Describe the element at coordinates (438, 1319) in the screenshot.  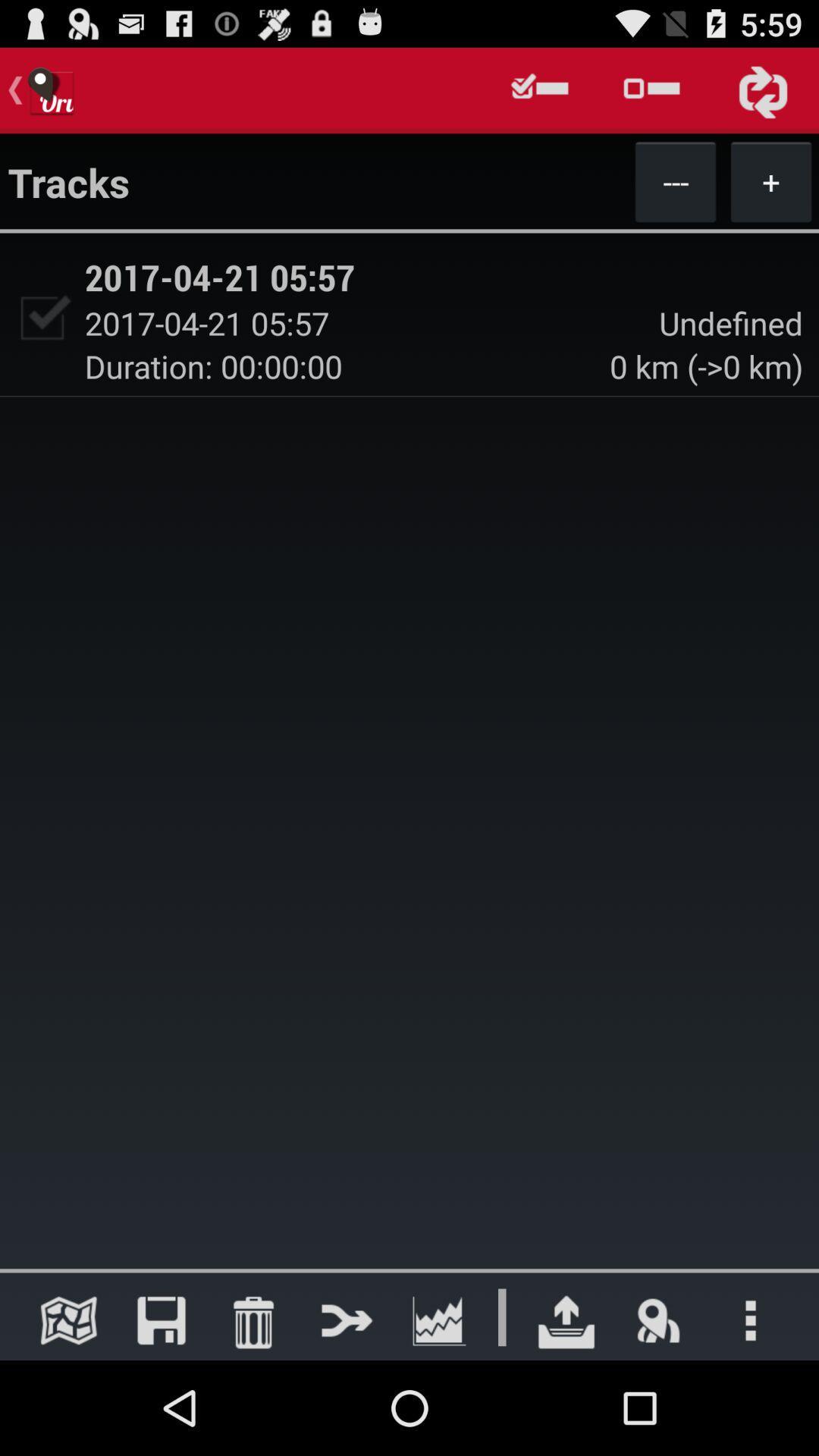
I see `look at graph` at that location.